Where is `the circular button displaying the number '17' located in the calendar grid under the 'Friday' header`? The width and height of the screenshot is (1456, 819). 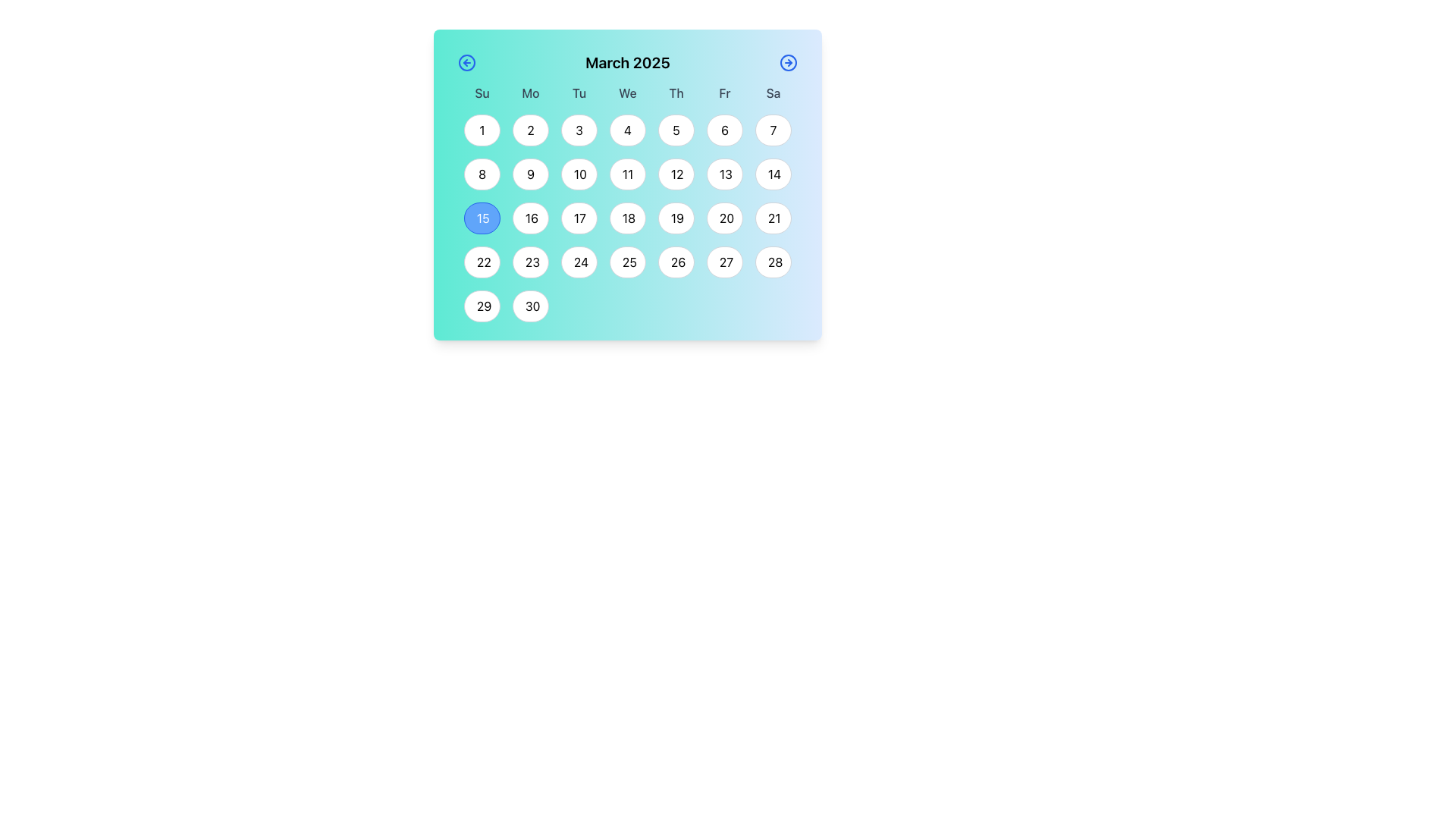 the circular button displaying the number '17' located in the calendar grid under the 'Friday' header is located at coordinates (578, 218).